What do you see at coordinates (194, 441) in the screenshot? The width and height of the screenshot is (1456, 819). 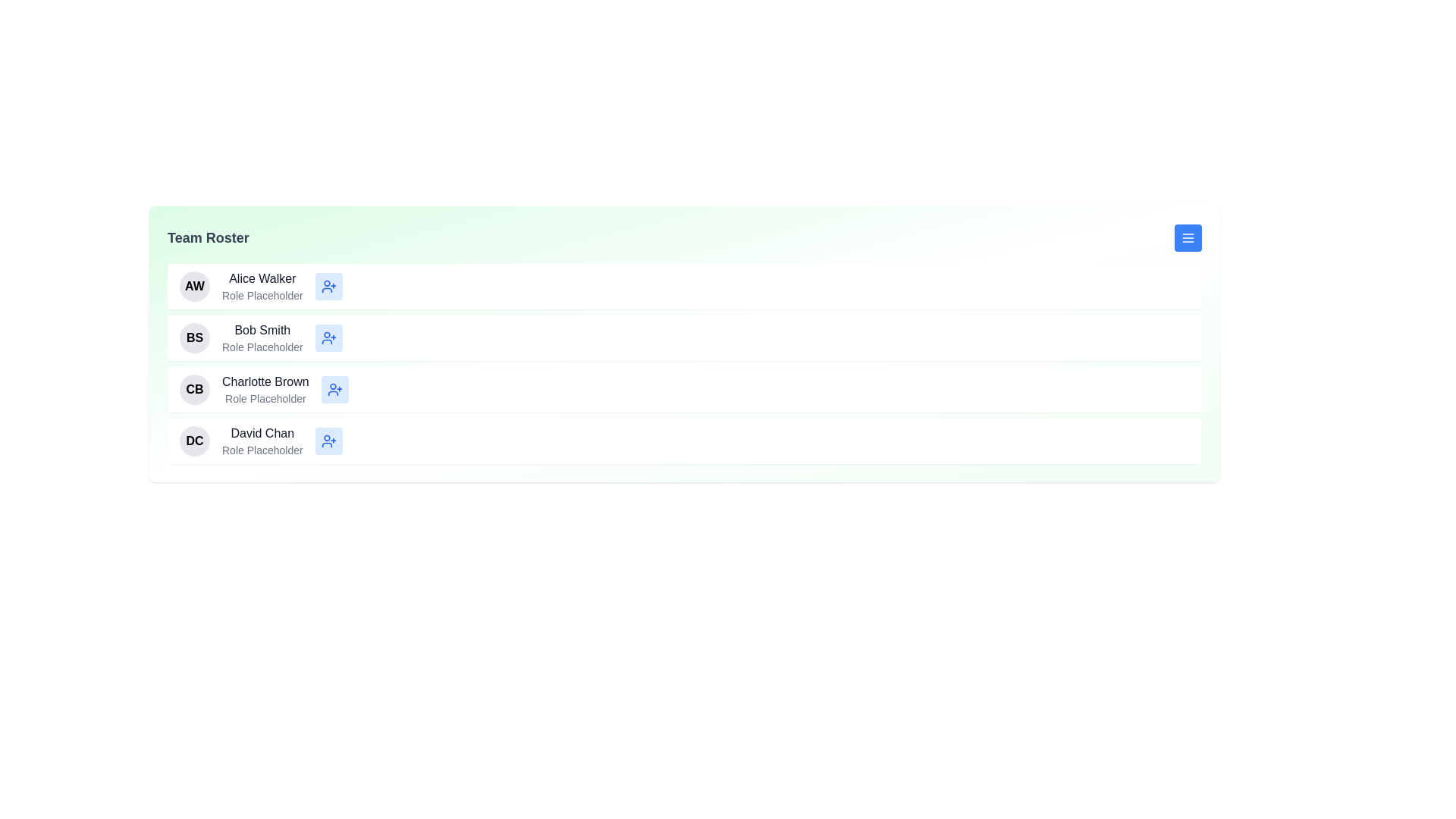 I see `the profile icon for 'David Chan', located in the fourth row of the user list, which is the leftmost icon adjacent to the text 'David Chan' and 'Role Placeholder'` at bounding box center [194, 441].